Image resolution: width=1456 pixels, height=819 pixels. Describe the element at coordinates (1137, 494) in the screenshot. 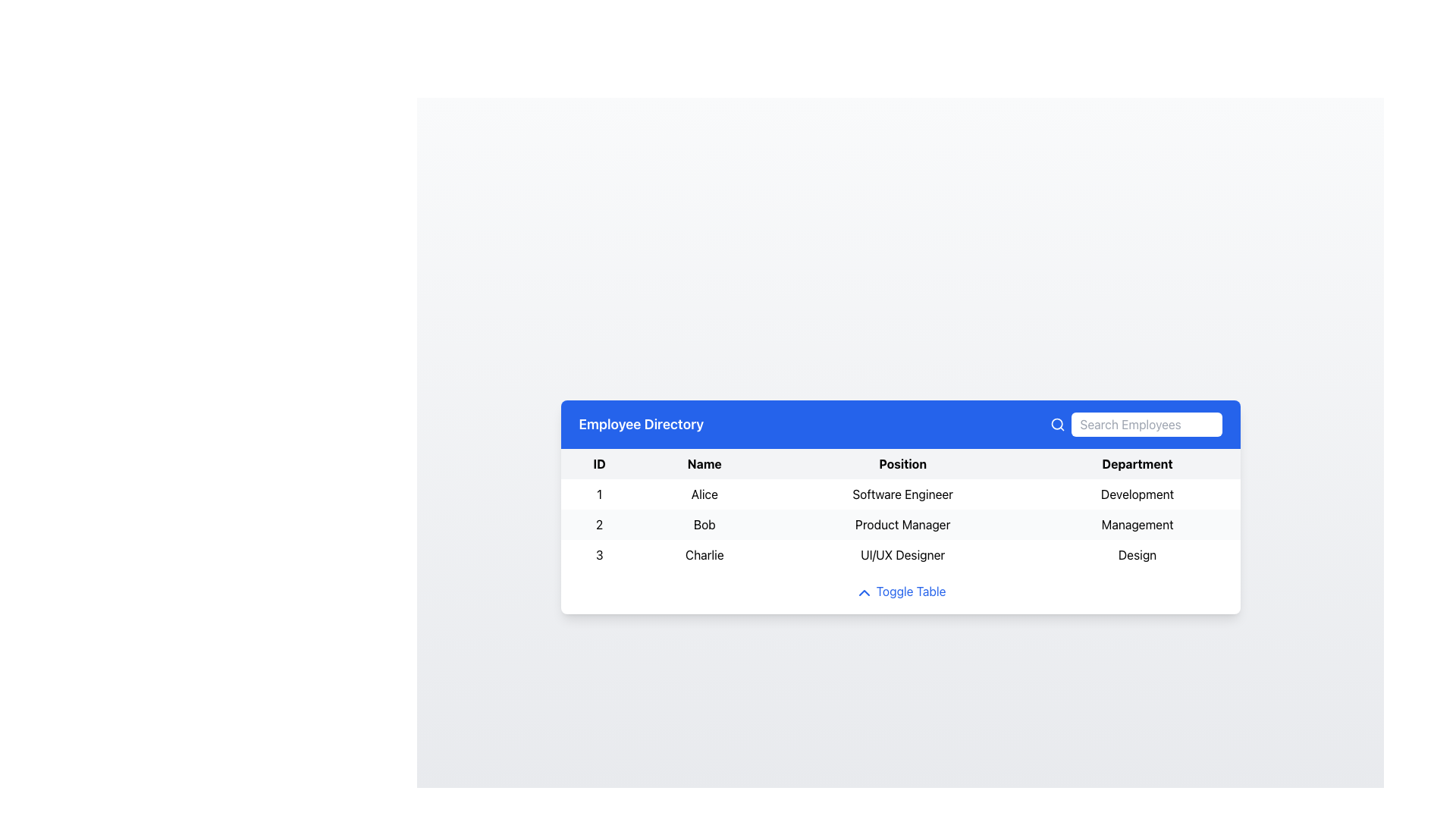

I see `text displayed in the Table Data Cell showing 'Development' under the 'Department' column for the row corresponding to 'Alice'` at that location.